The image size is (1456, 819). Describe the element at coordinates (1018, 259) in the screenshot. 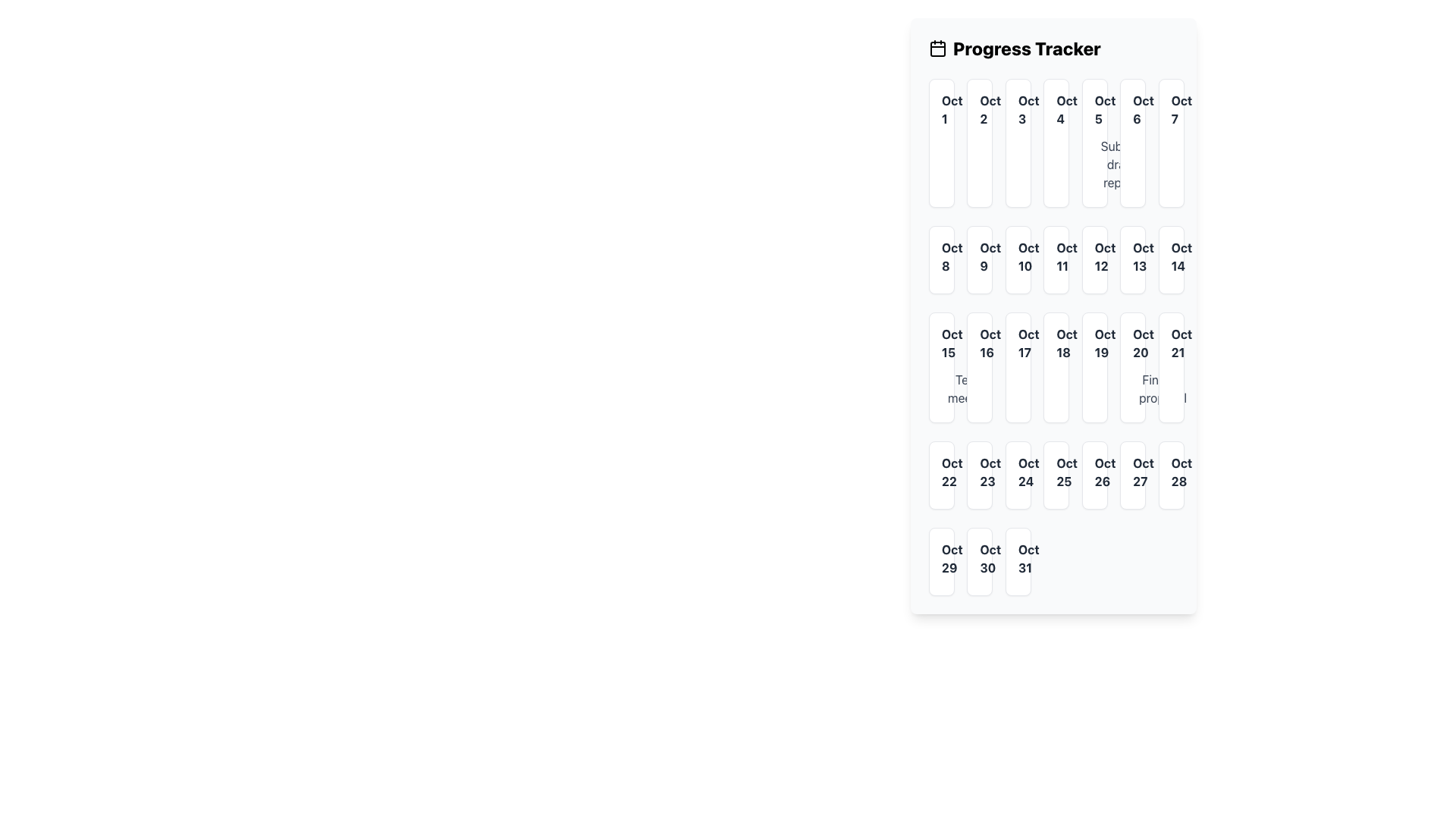

I see `the Calendar date item displaying 'Oct 10', which is a styled rectangular box with a white background and bold dark gray text` at that location.